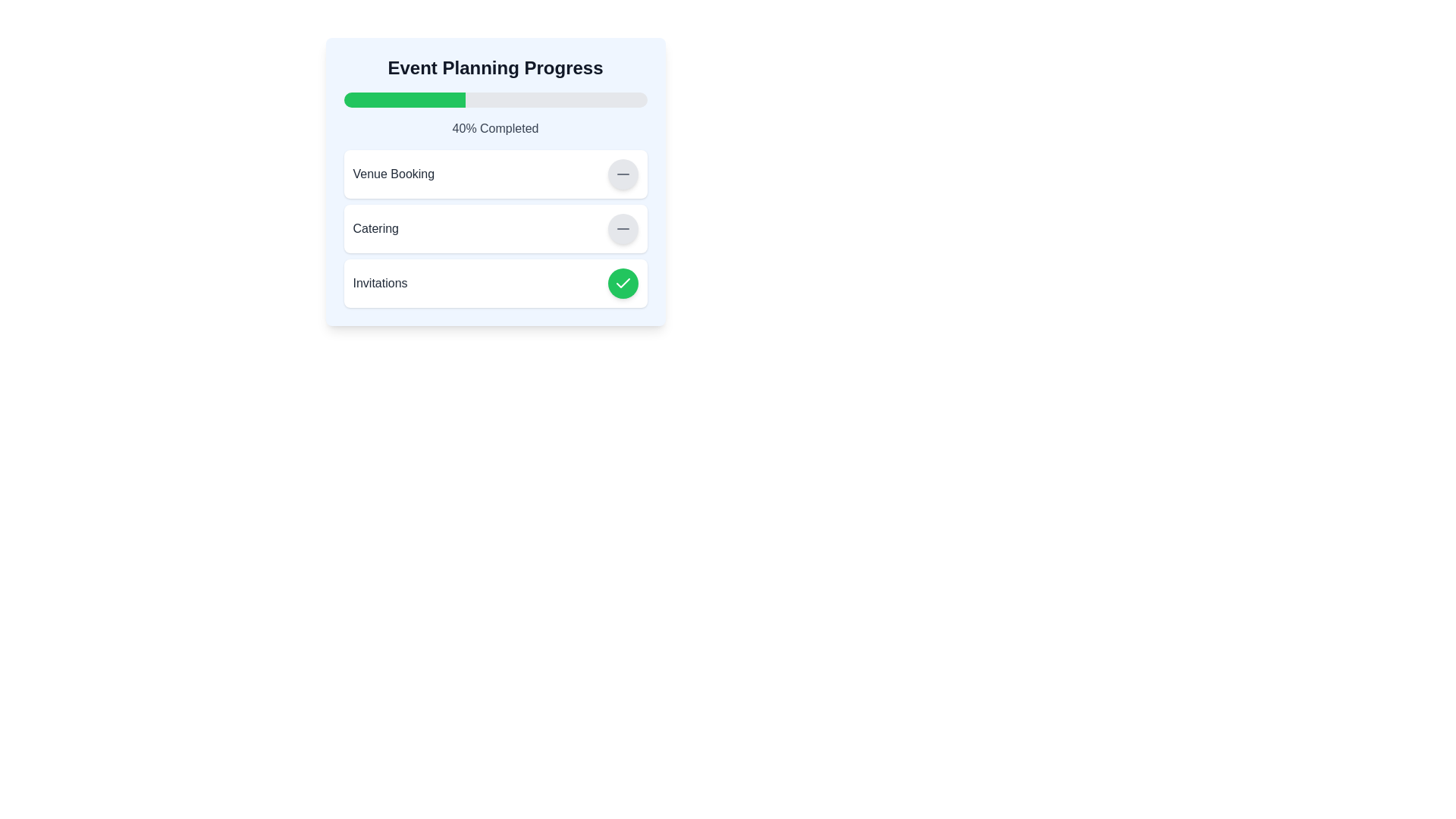 This screenshot has height=819, width=1456. I want to click on the white checkmark icon within the green circular background located in the third task row labeled 'Invitations', so click(623, 284).